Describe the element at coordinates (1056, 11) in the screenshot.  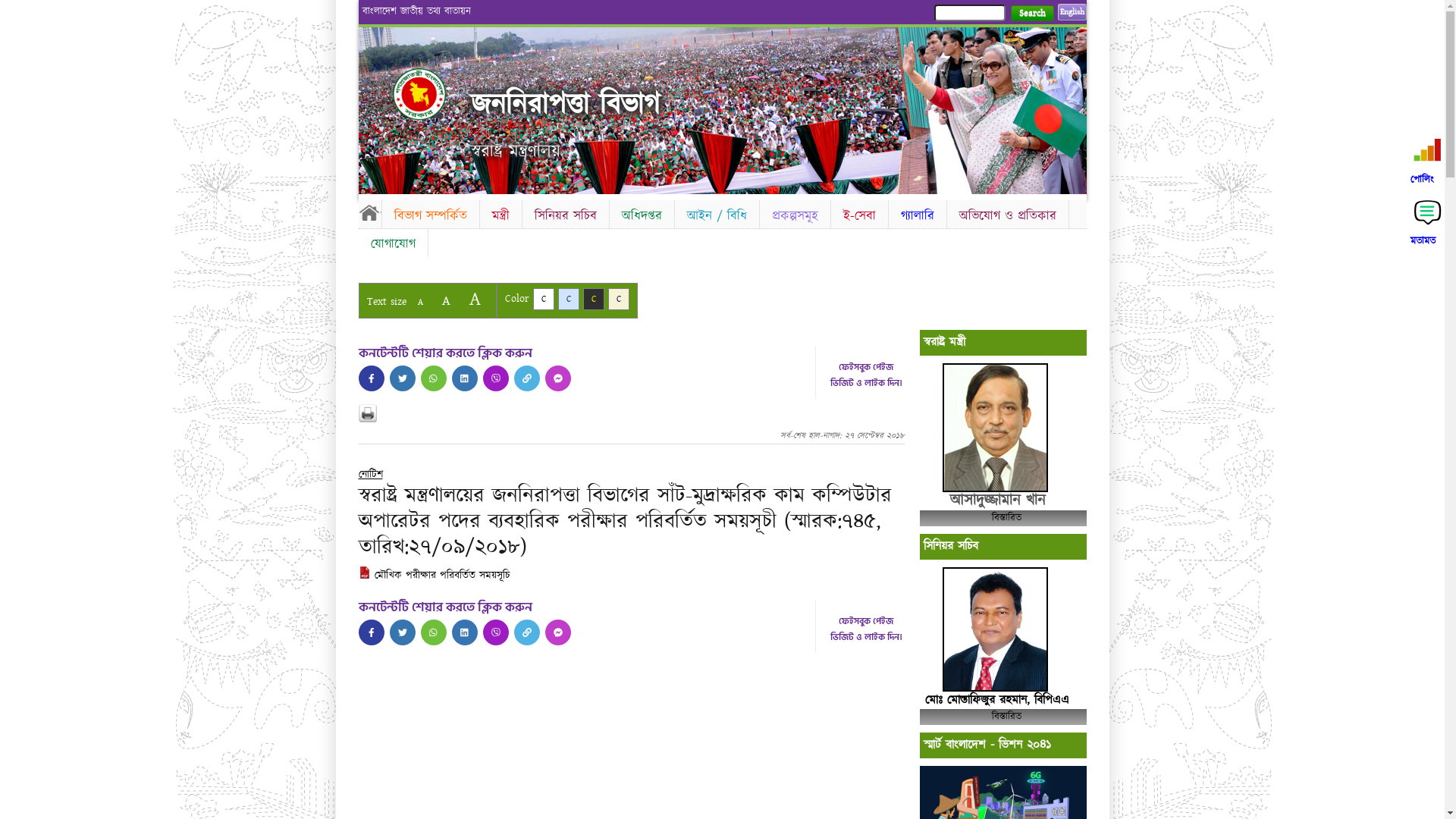
I see `'English'` at that location.